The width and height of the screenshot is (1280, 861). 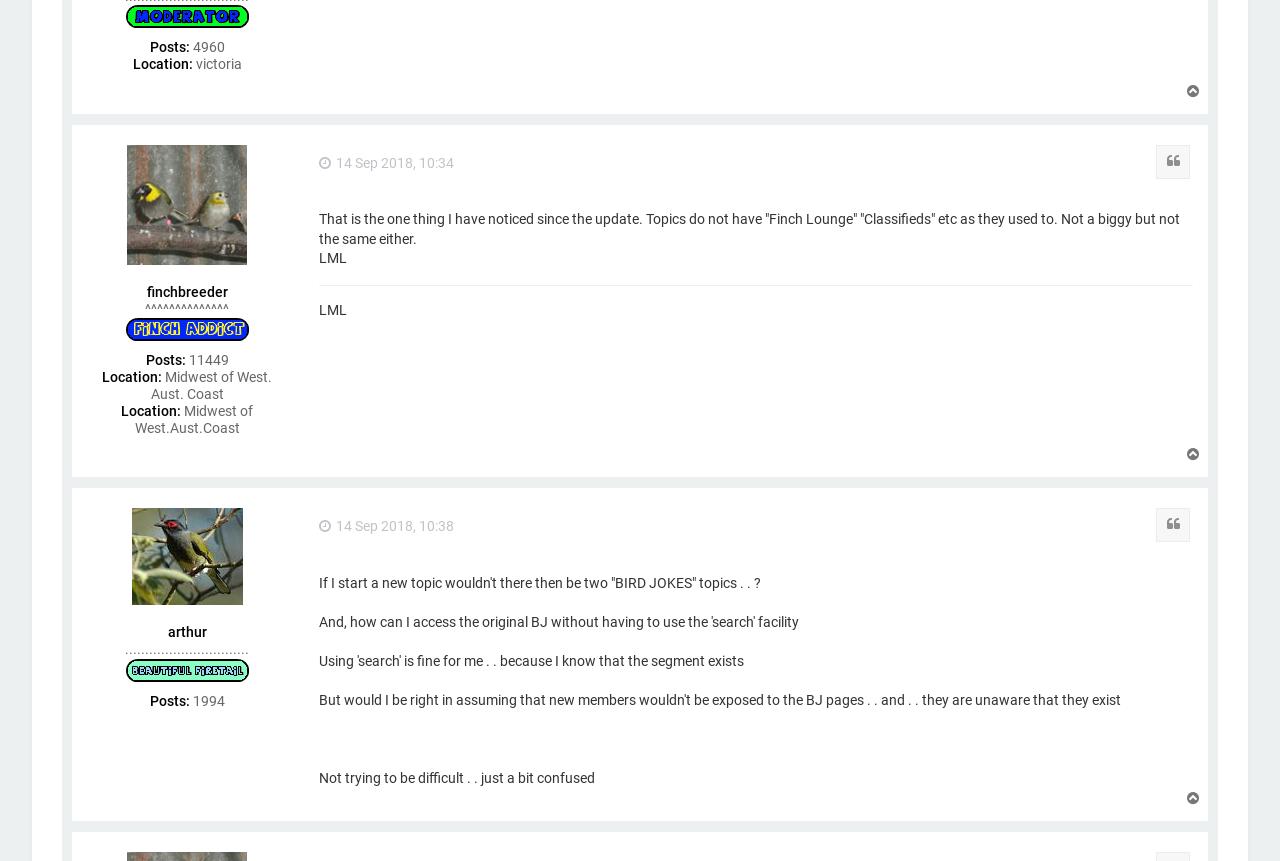 I want to click on '11449', so click(x=206, y=358).